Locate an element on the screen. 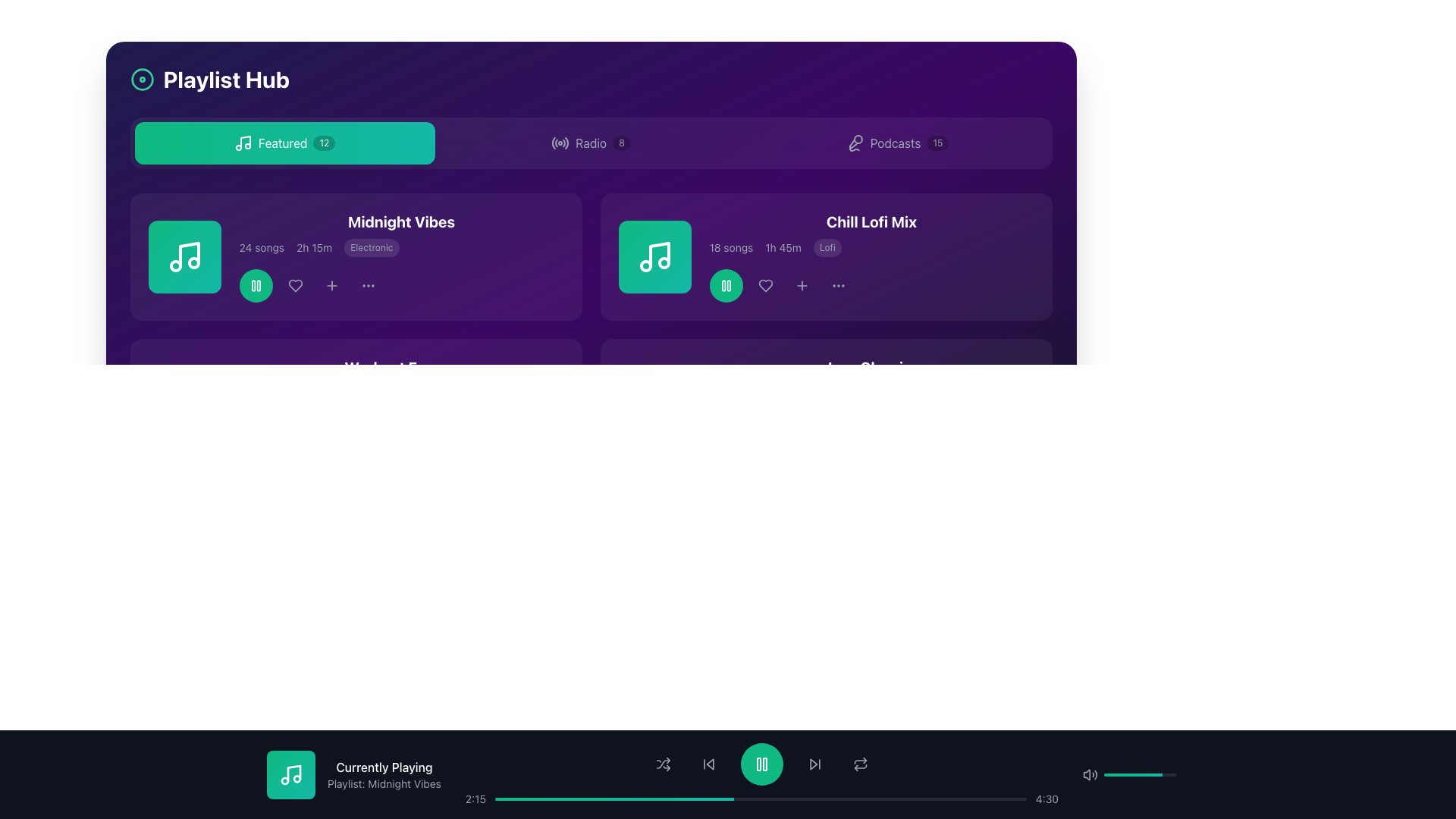  the 'Electronic' genre label for the 'Midnight Vibes' playlist, which is positioned to the right of the duration text '2h 15m.' is located at coordinates (372, 247).